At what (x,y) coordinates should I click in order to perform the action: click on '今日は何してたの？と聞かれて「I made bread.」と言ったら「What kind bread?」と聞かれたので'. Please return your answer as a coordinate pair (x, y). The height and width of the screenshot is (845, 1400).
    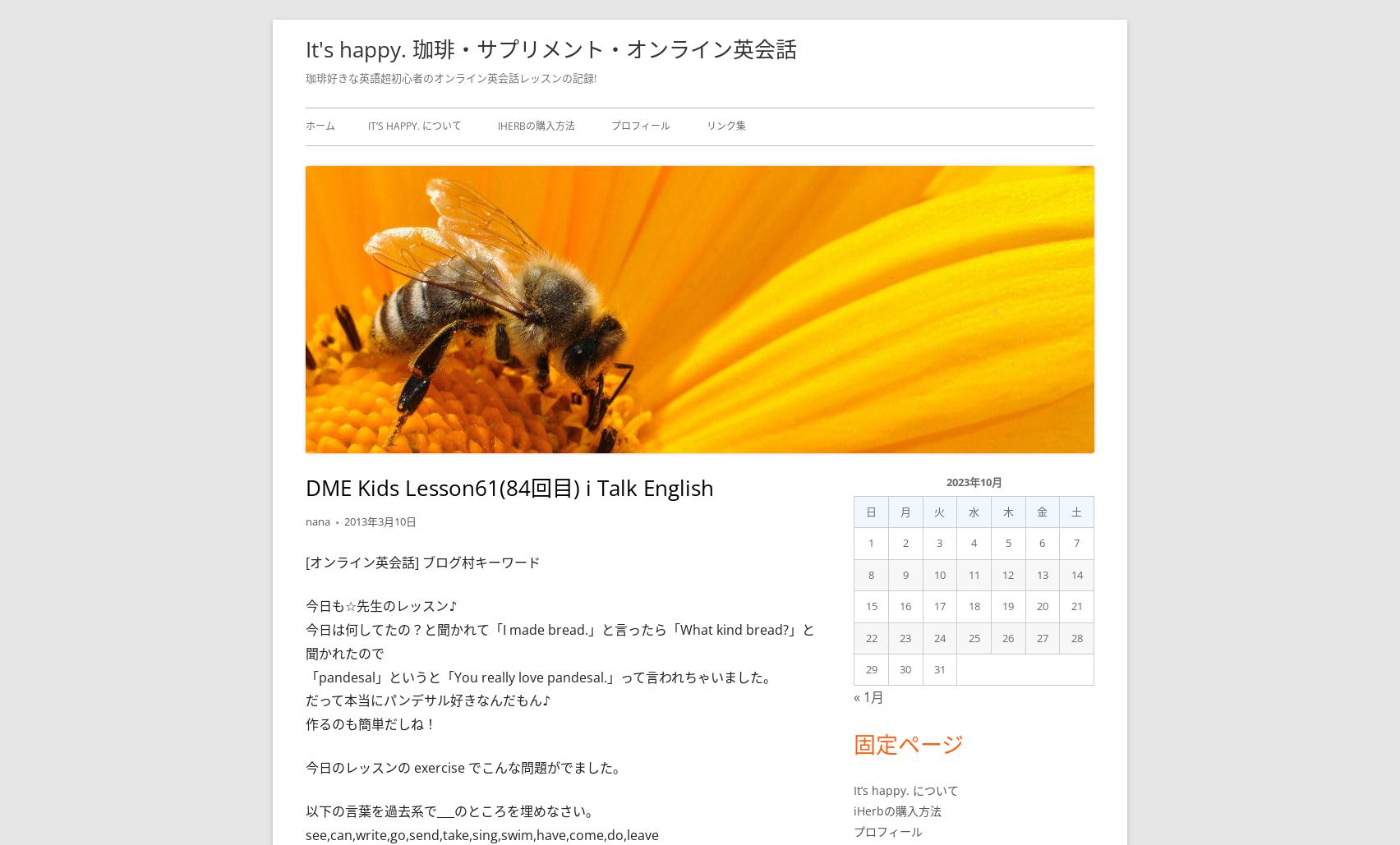
    Looking at the image, I should click on (559, 641).